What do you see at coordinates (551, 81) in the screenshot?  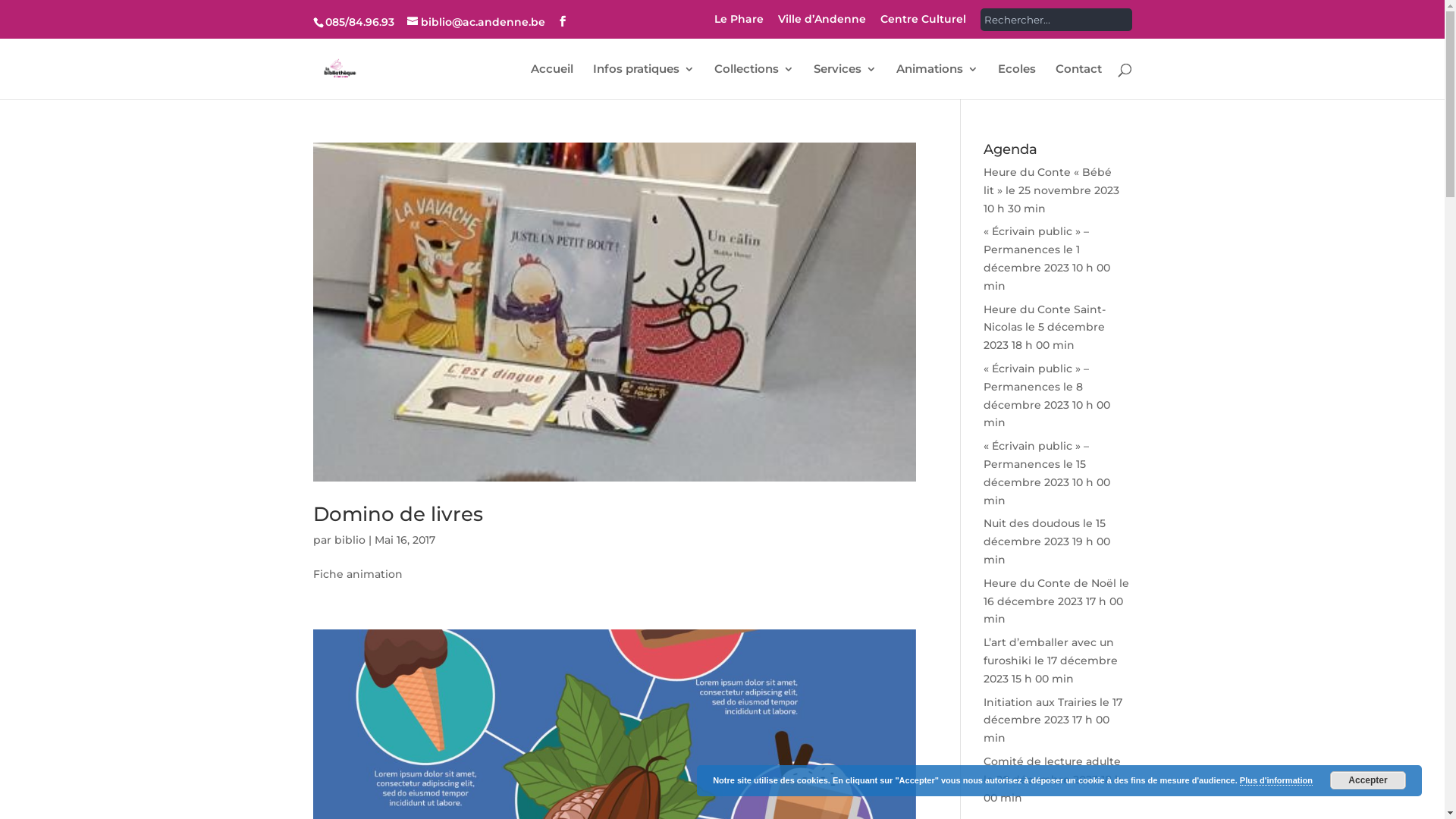 I see `'Accueil'` at bounding box center [551, 81].